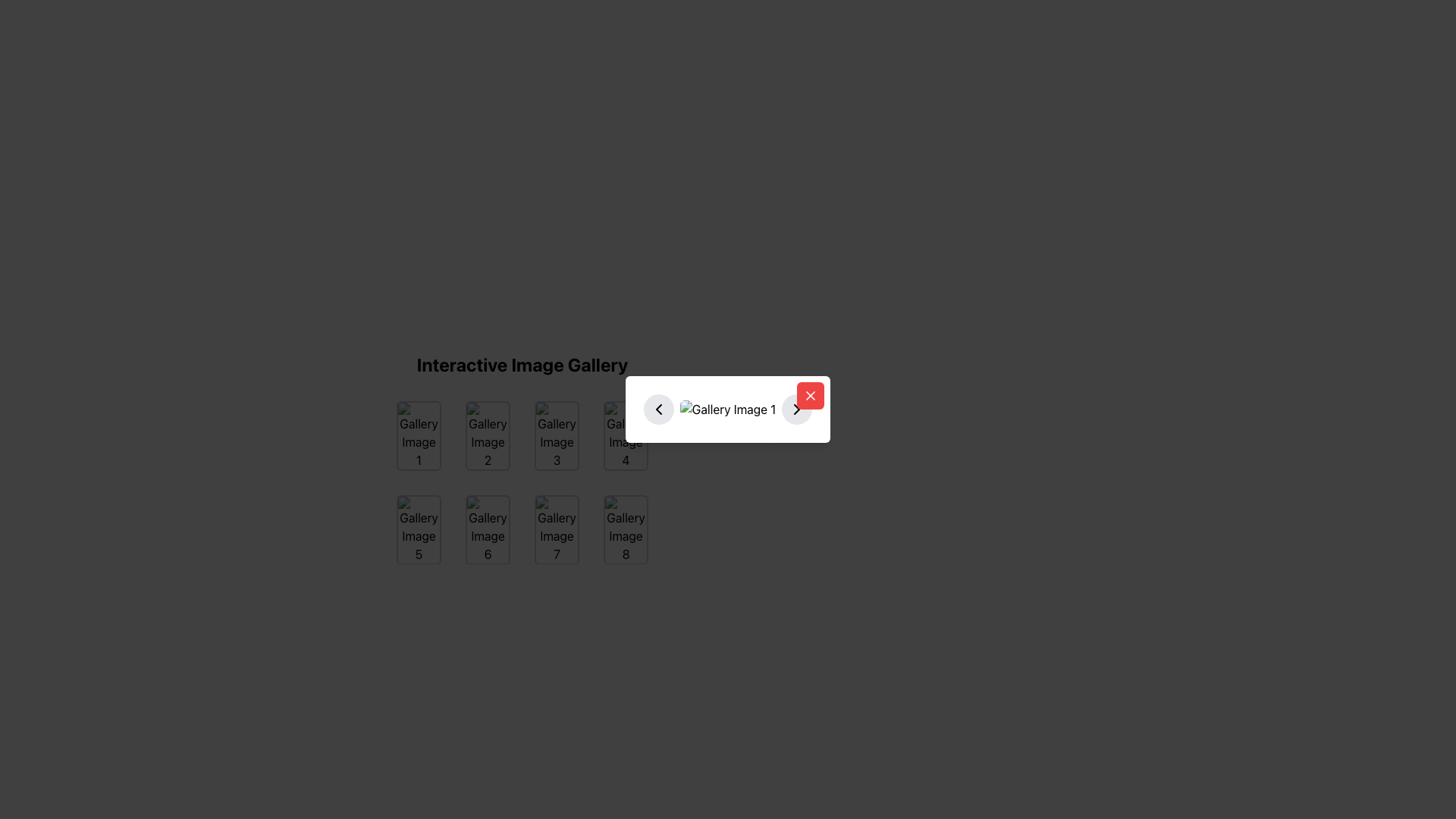 The image size is (1456, 819). I want to click on the Close Button (SVG-based) represented by the 'X' icon with a white stroke on a red background, located in the top-right section of the modal, so click(810, 394).